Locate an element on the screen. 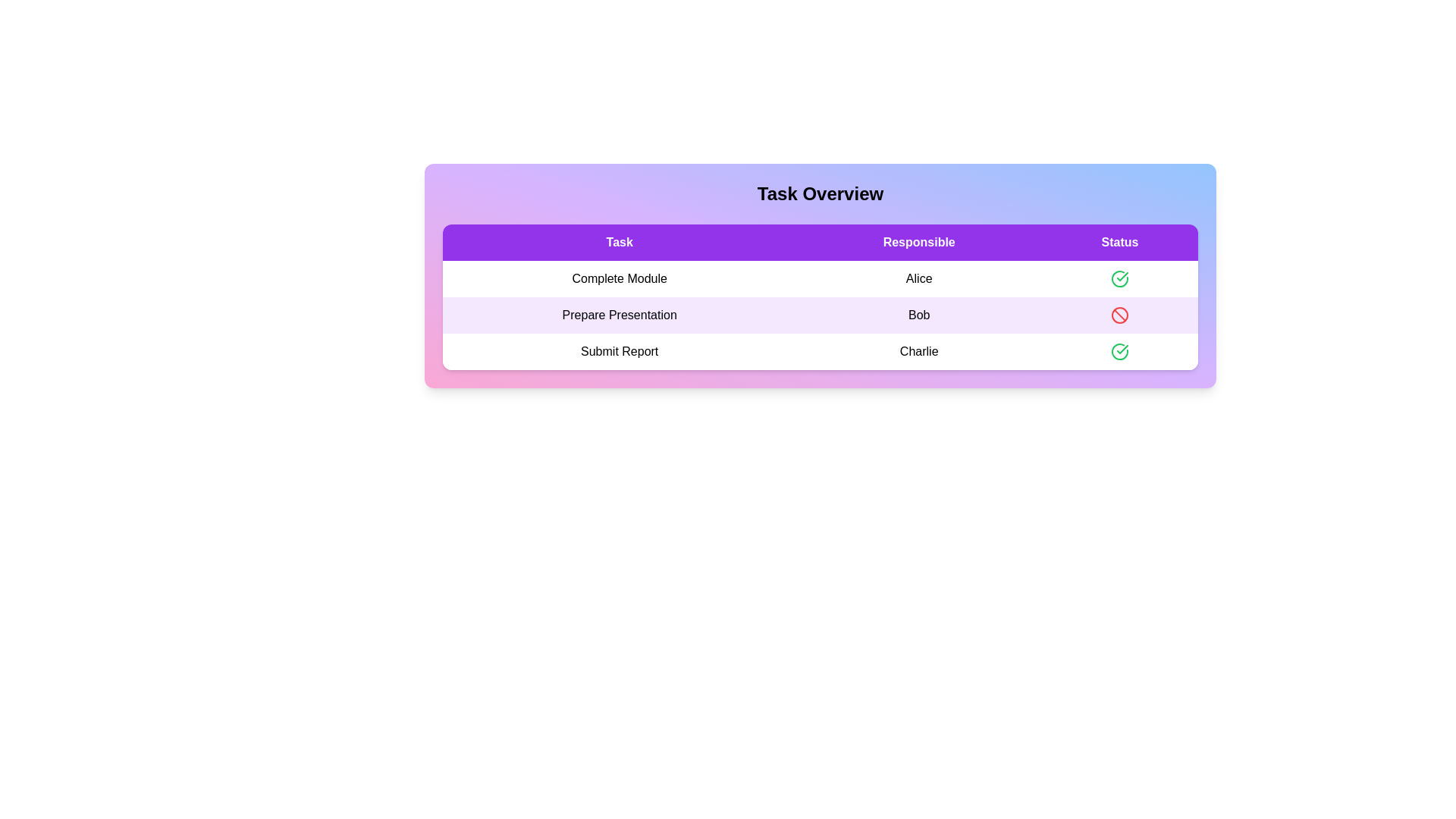  the first status icon in the 'Status' column that indicates the task 'Complete Module' has been successfully completed is located at coordinates (1120, 278).